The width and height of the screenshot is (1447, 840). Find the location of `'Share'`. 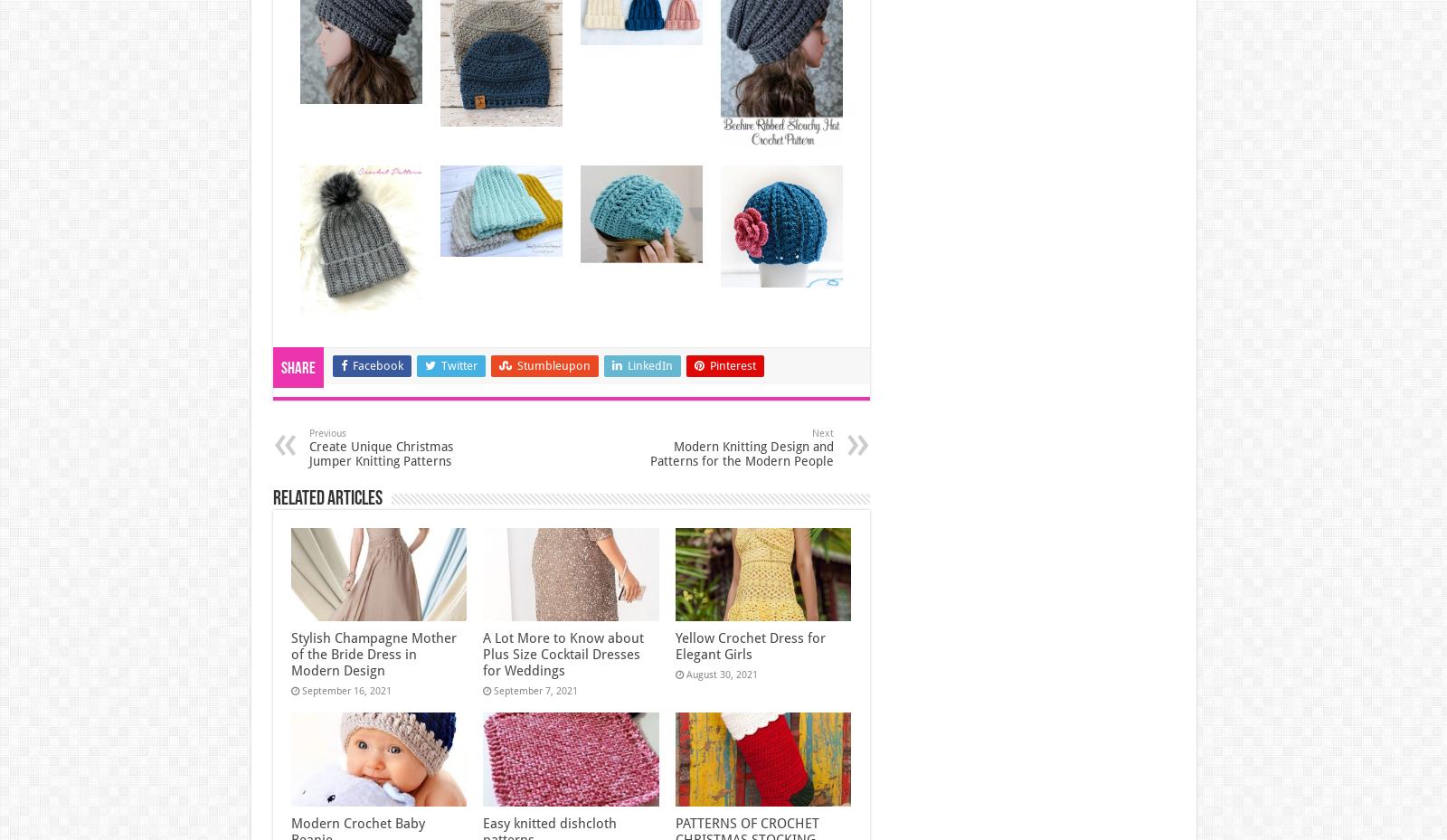

'Share' is located at coordinates (297, 367).